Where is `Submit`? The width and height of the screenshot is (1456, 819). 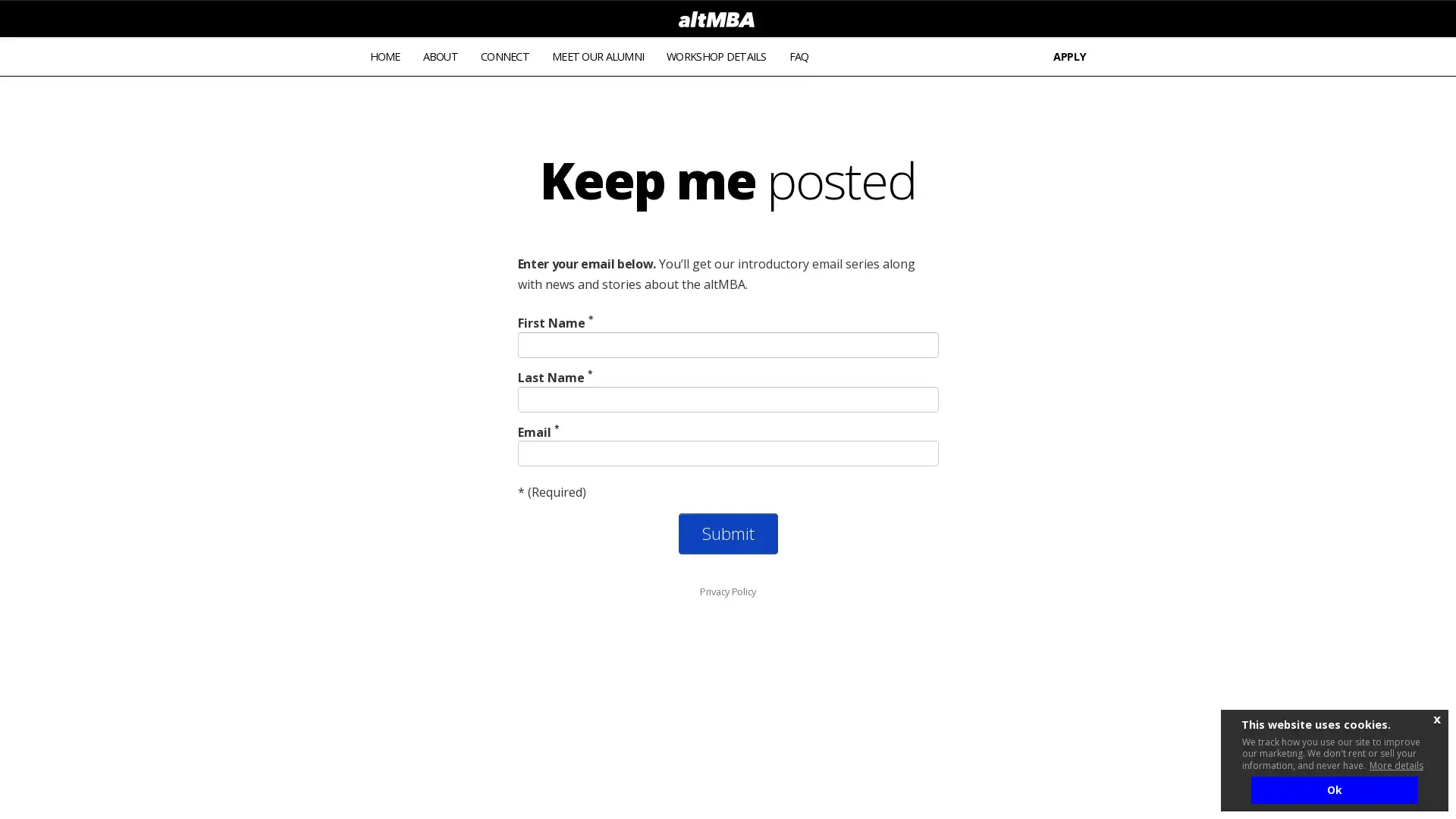
Submit is located at coordinates (726, 533).